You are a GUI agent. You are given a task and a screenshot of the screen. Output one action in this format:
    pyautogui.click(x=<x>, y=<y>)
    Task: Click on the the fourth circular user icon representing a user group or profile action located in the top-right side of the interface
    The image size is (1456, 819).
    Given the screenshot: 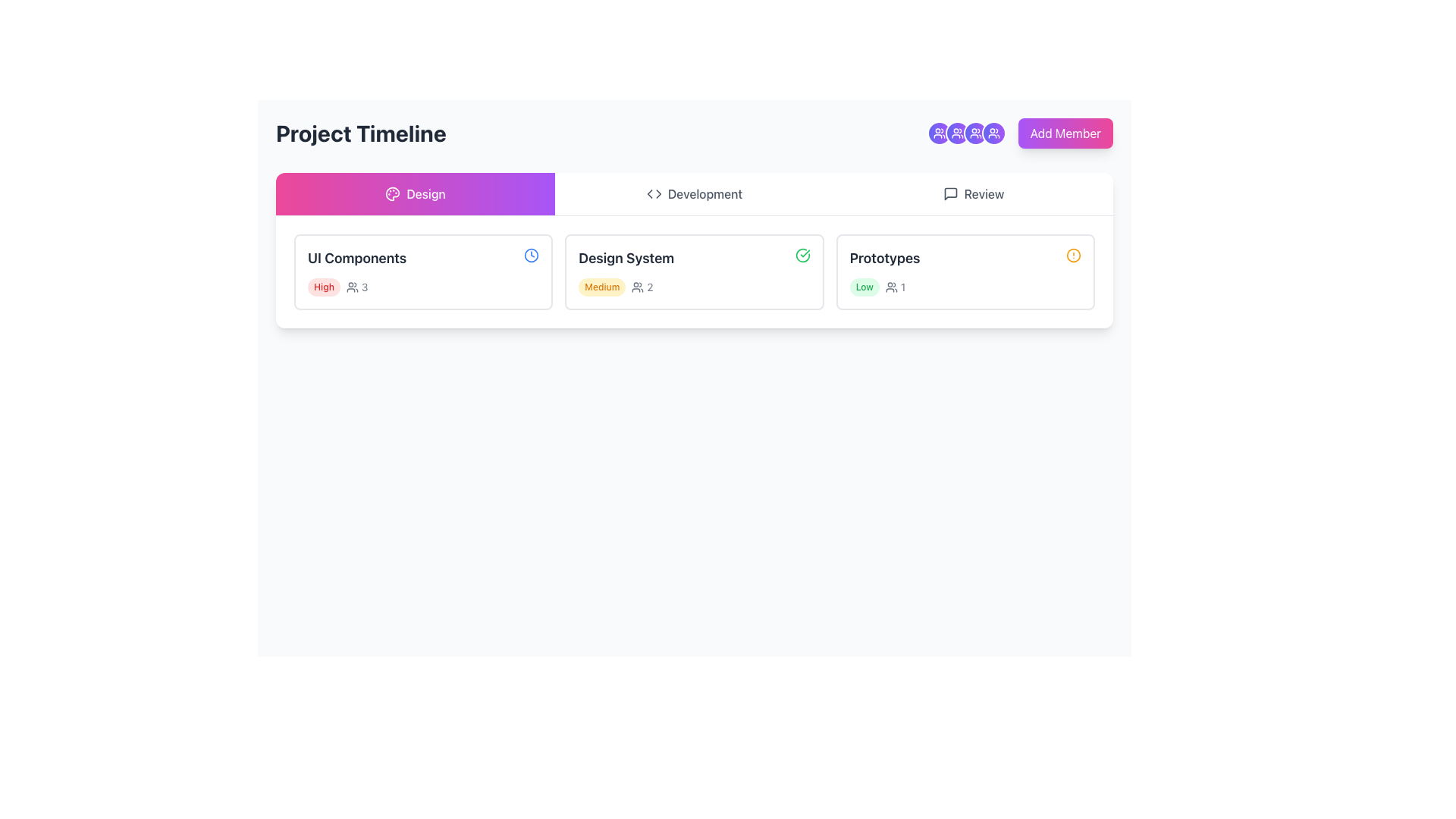 What is the action you would take?
    pyautogui.click(x=975, y=133)
    